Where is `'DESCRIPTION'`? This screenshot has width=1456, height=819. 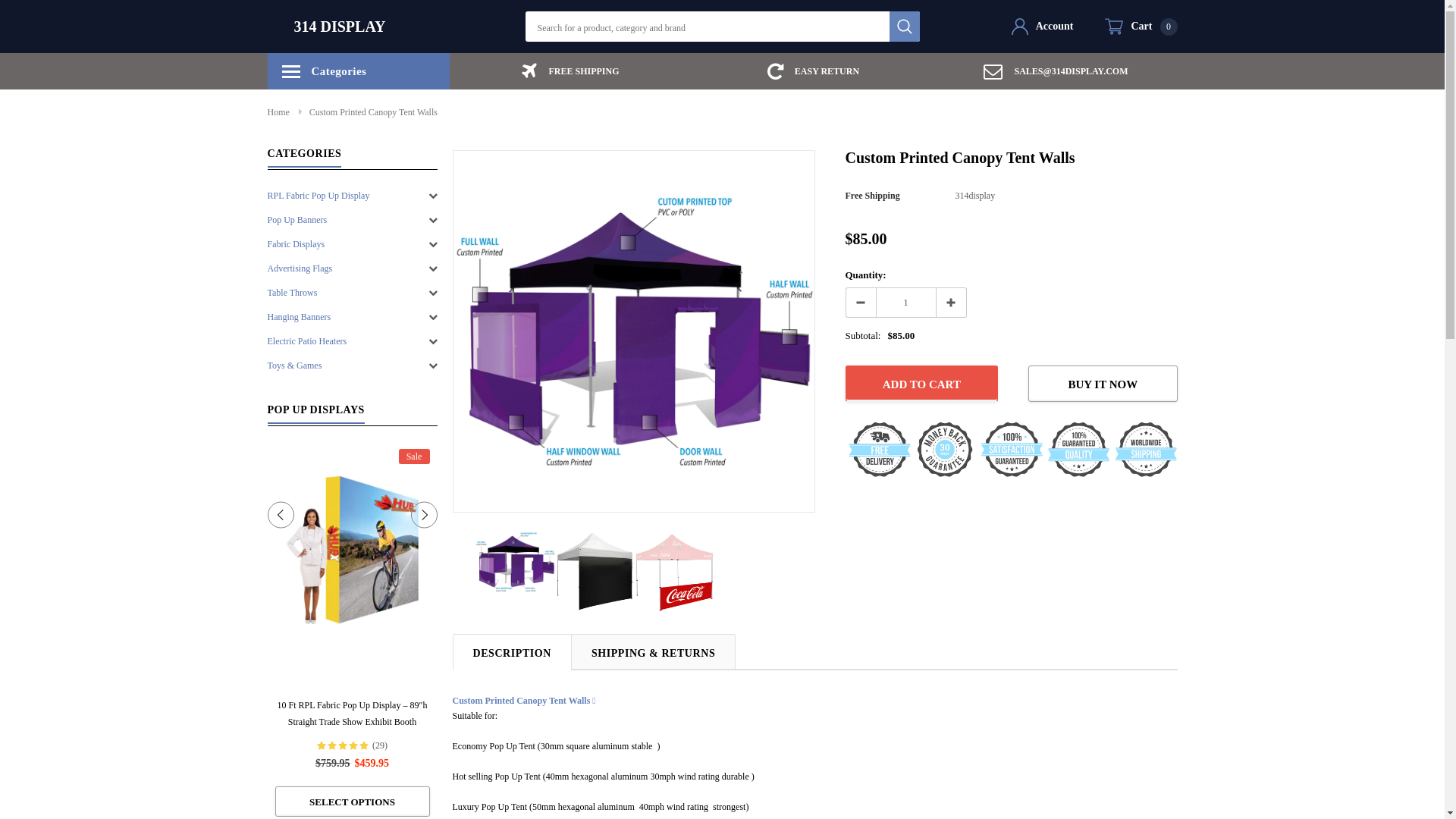
'DESCRIPTION' is located at coordinates (511, 651).